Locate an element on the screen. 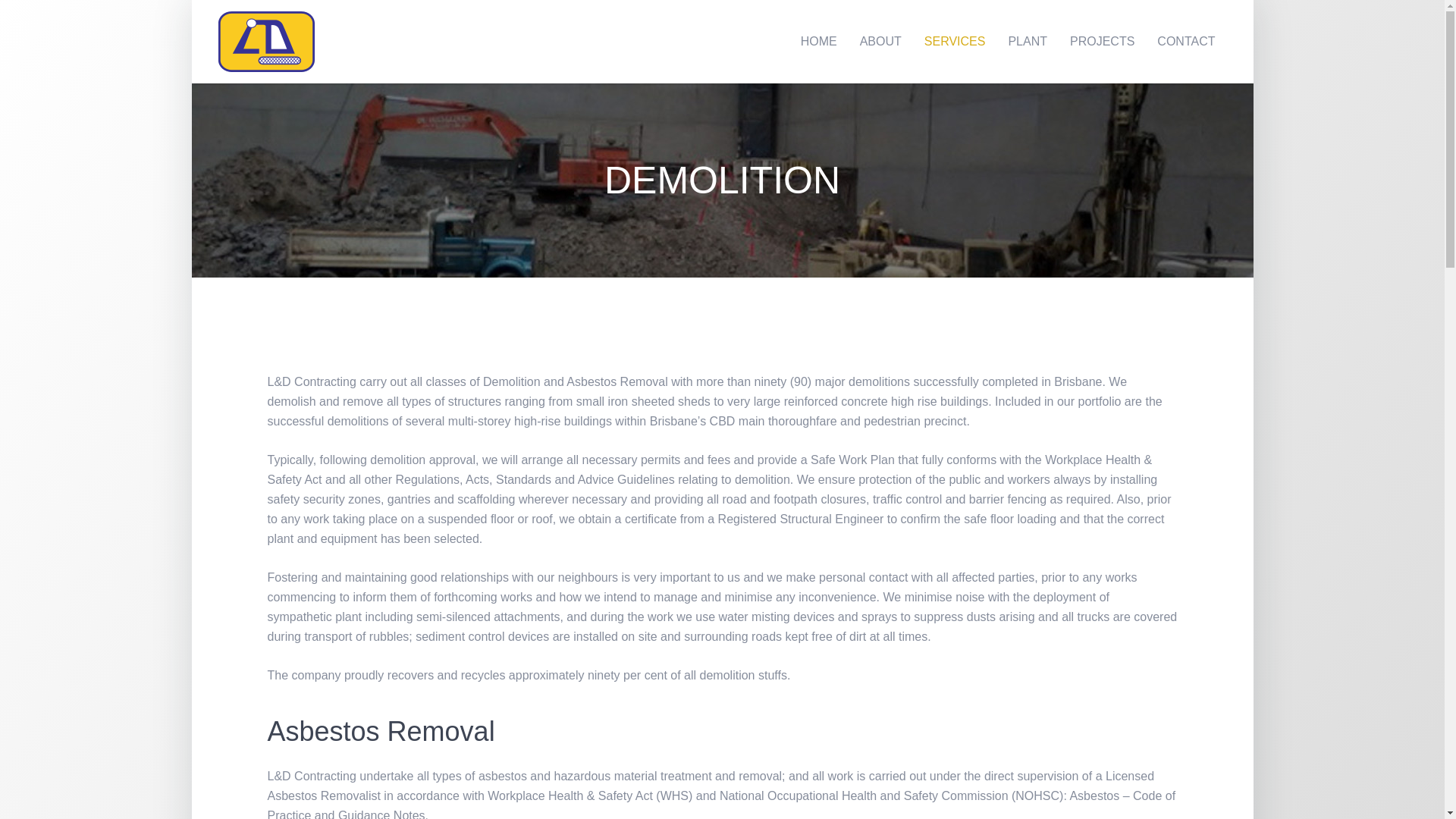 The width and height of the screenshot is (1456, 819). 'SERVICES' is located at coordinates (954, 40).